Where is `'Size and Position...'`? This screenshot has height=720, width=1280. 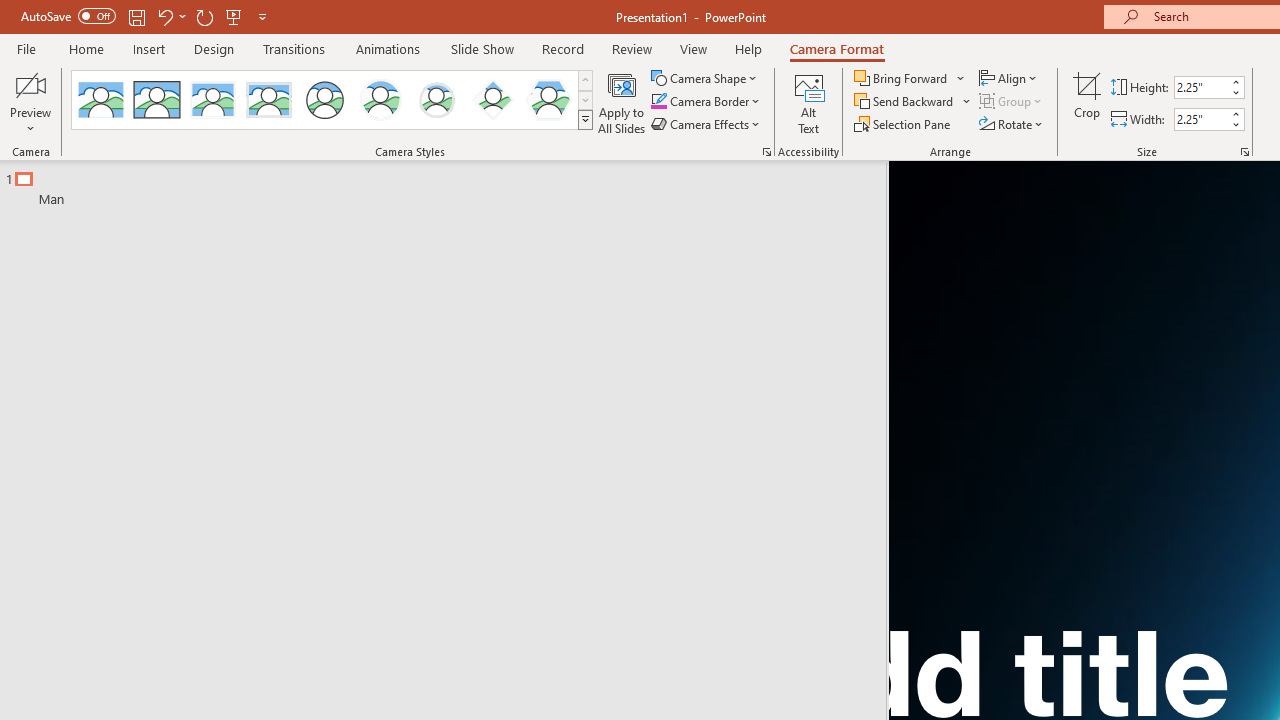
'Size and Position...' is located at coordinates (1243, 150).